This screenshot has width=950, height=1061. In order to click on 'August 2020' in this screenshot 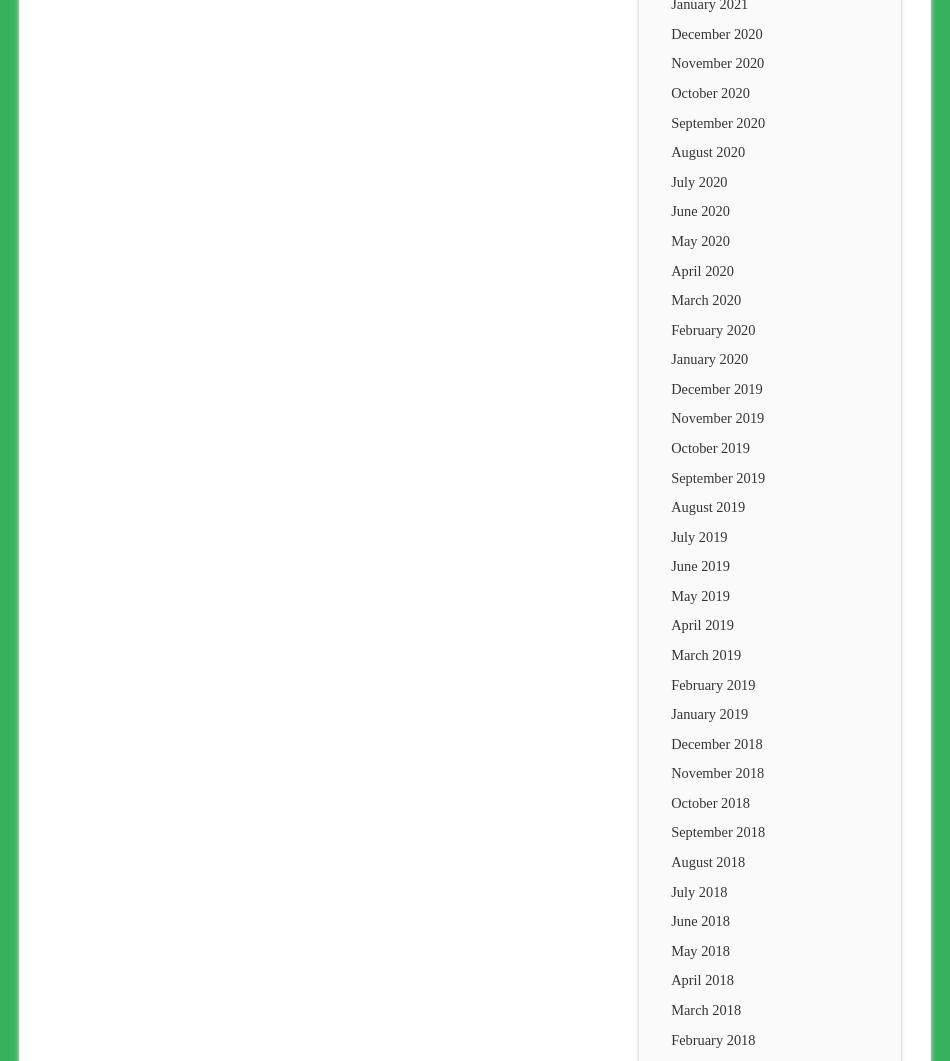, I will do `click(708, 152)`.